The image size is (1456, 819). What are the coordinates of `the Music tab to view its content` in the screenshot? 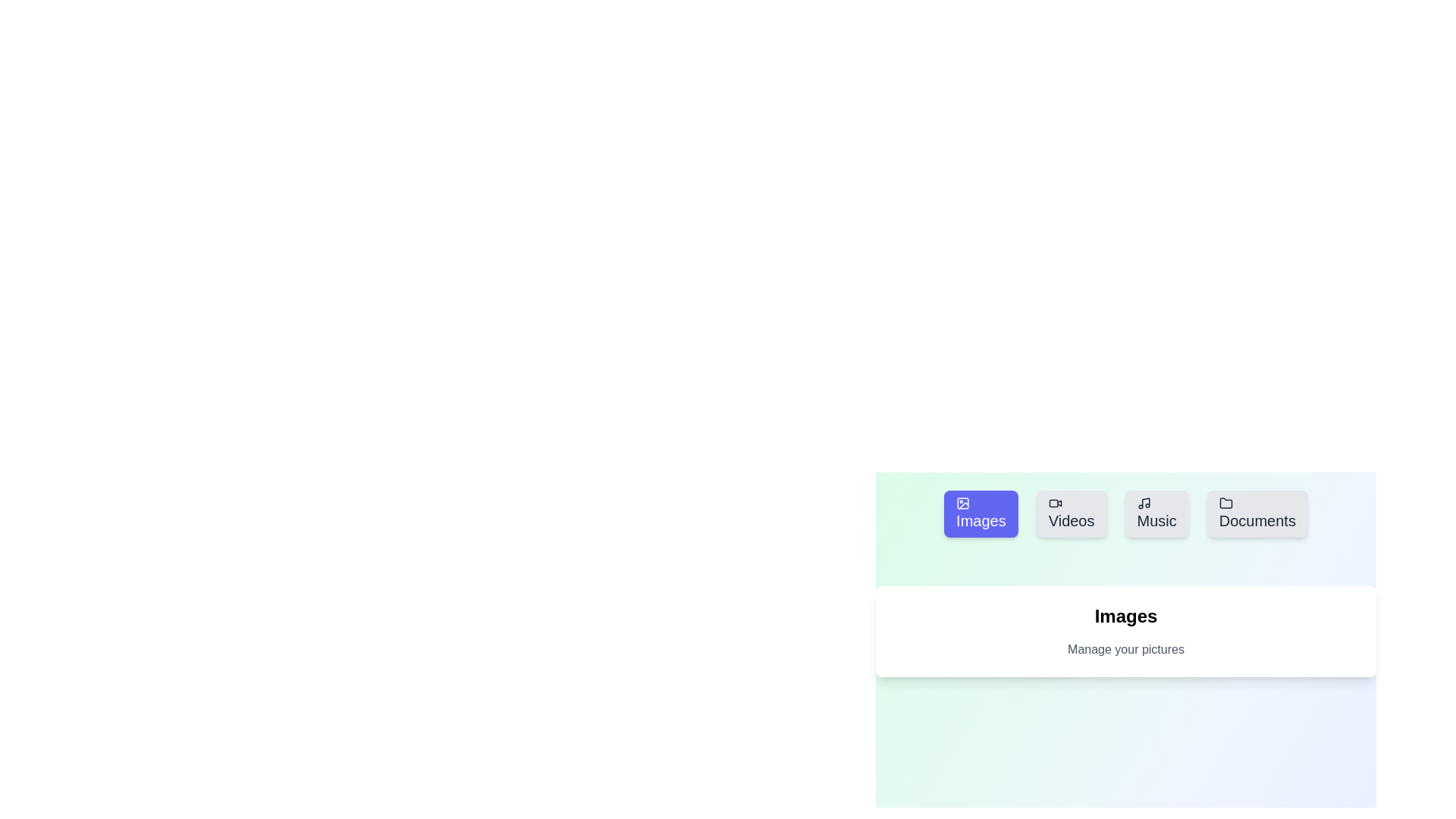 It's located at (1156, 513).